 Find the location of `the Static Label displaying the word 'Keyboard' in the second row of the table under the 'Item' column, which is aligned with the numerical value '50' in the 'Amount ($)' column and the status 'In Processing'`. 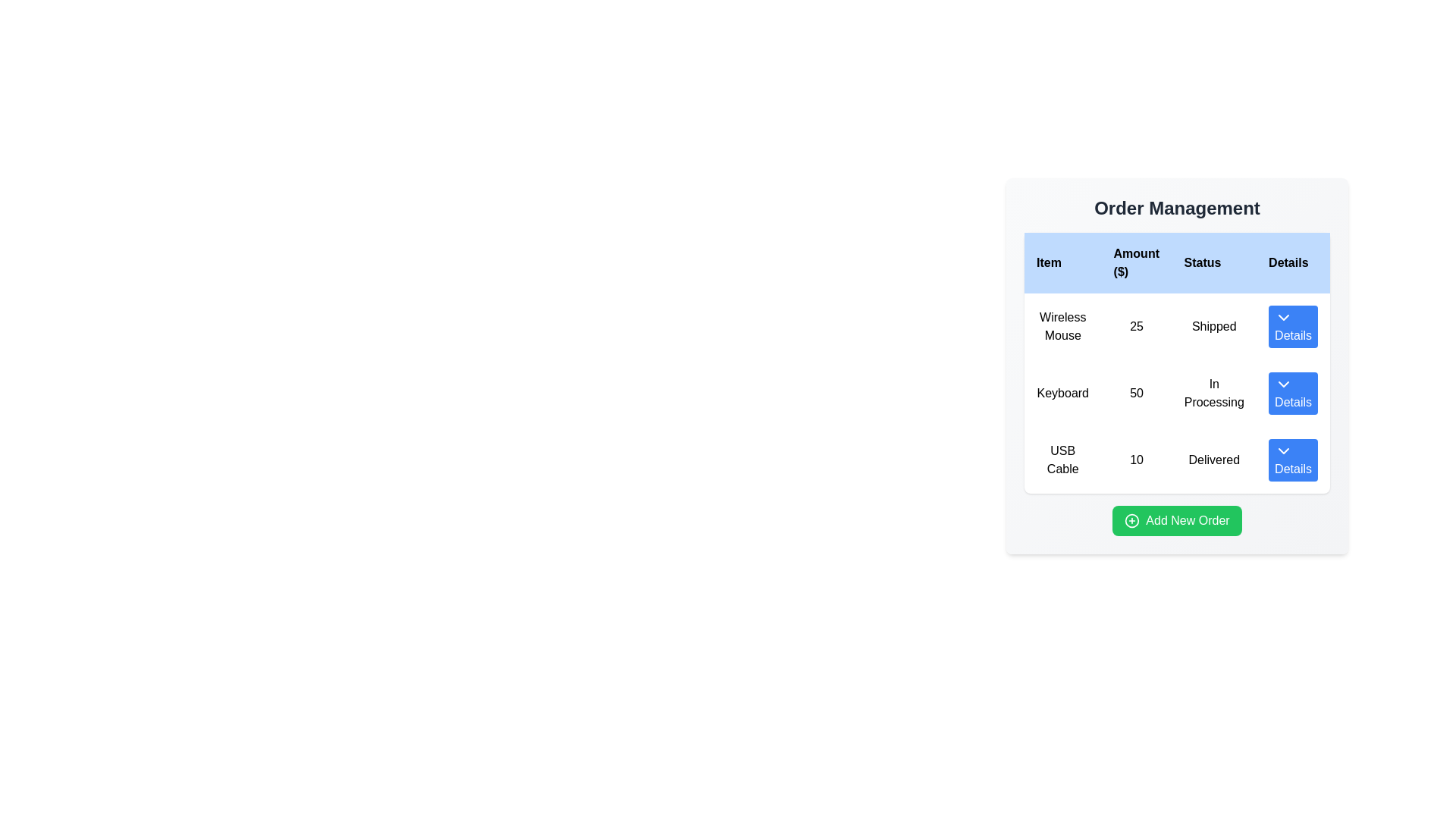

the Static Label displaying the word 'Keyboard' in the second row of the table under the 'Item' column, which is aligned with the numerical value '50' in the 'Amount ($)' column and the status 'In Processing' is located at coordinates (1062, 393).